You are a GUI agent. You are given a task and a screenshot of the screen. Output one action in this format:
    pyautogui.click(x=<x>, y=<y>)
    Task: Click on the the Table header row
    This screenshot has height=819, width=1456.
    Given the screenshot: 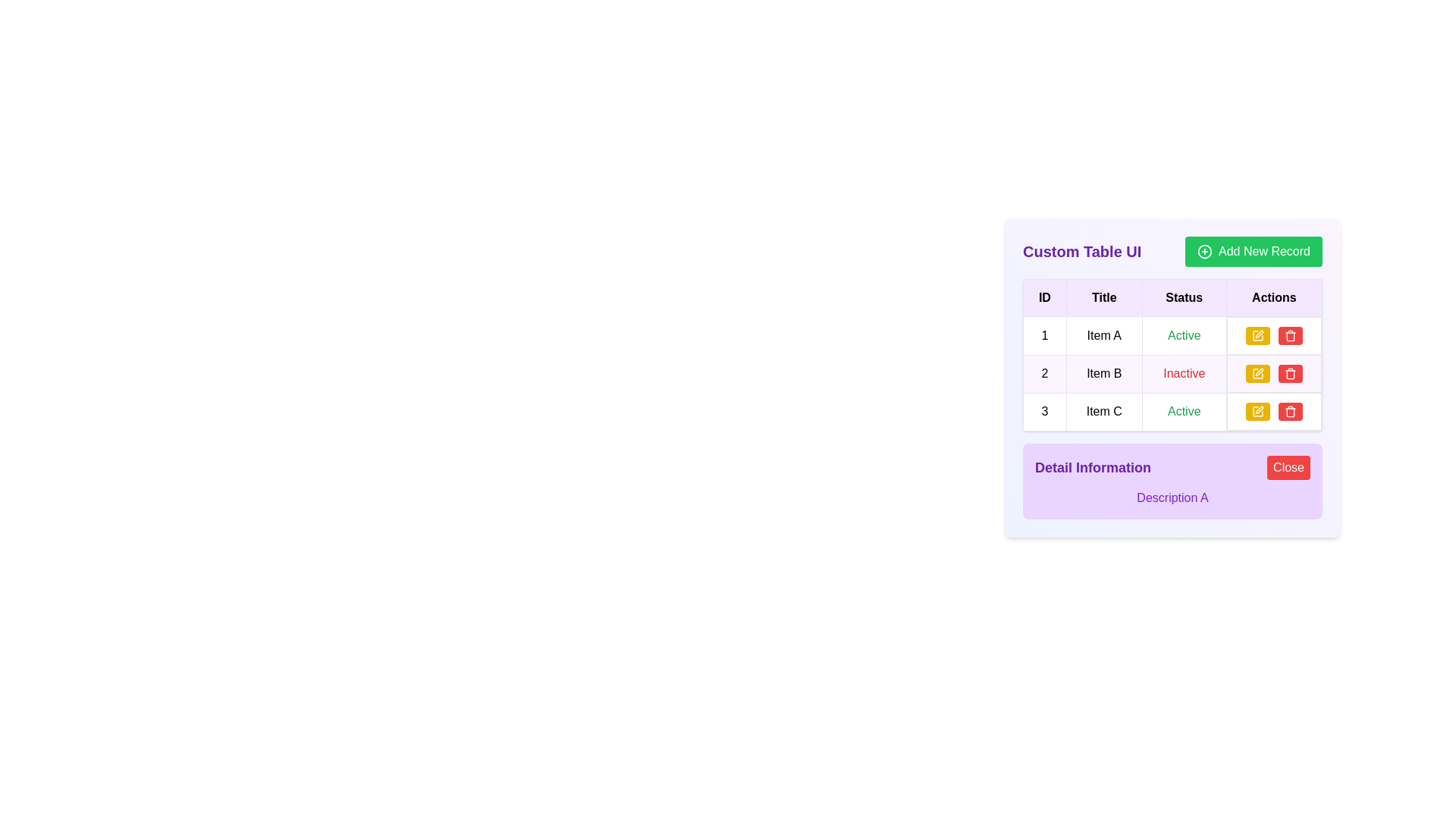 What is the action you would take?
    pyautogui.click(x=1172, y=298)
    